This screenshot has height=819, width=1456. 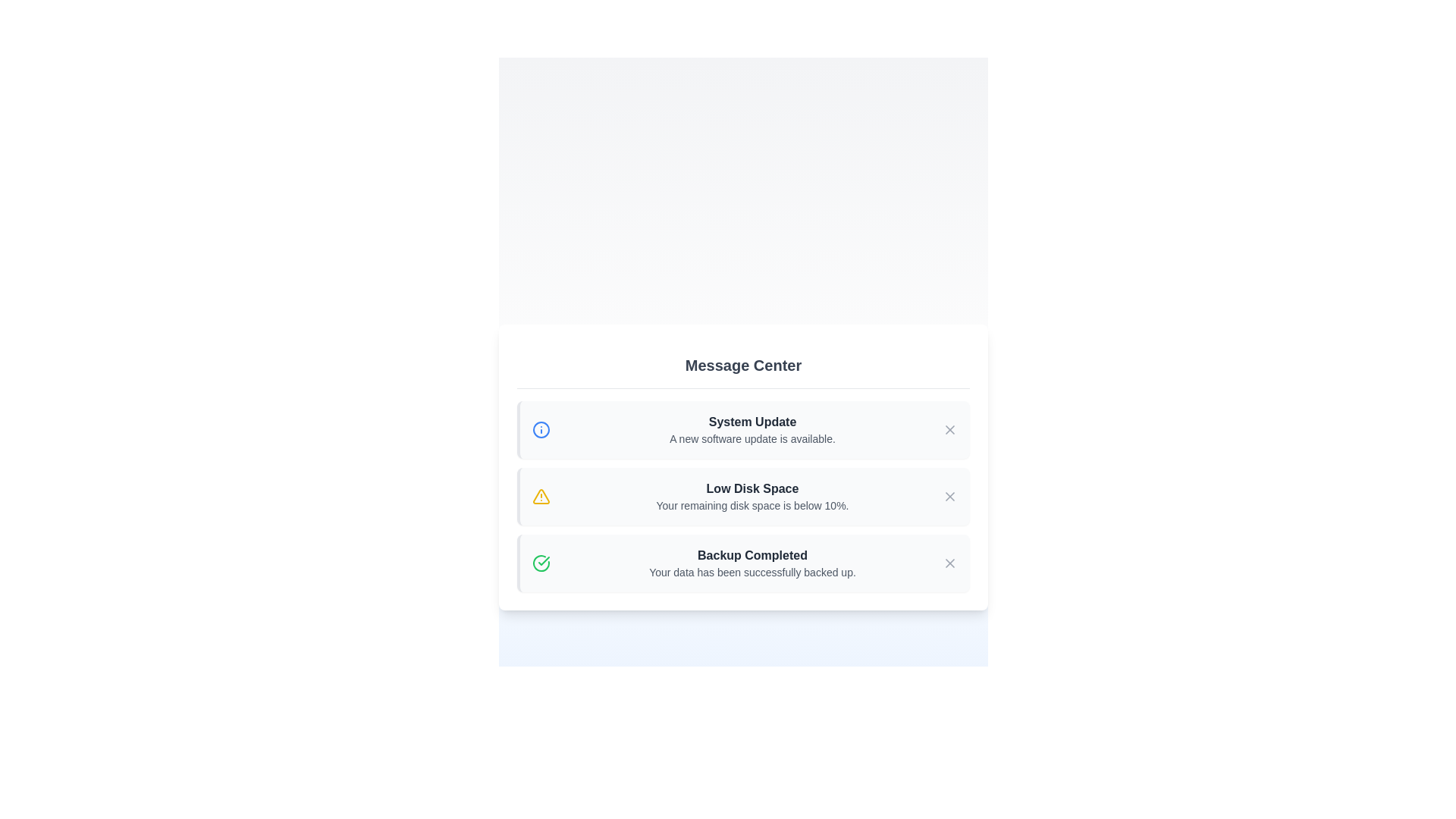 What do you see at coordinates (752, 496) in the screenshot?
I see `text from the 'Low Disk Space' warning notification, which is the second notification in the 'Message Center'` at bounding box center [752, 496].